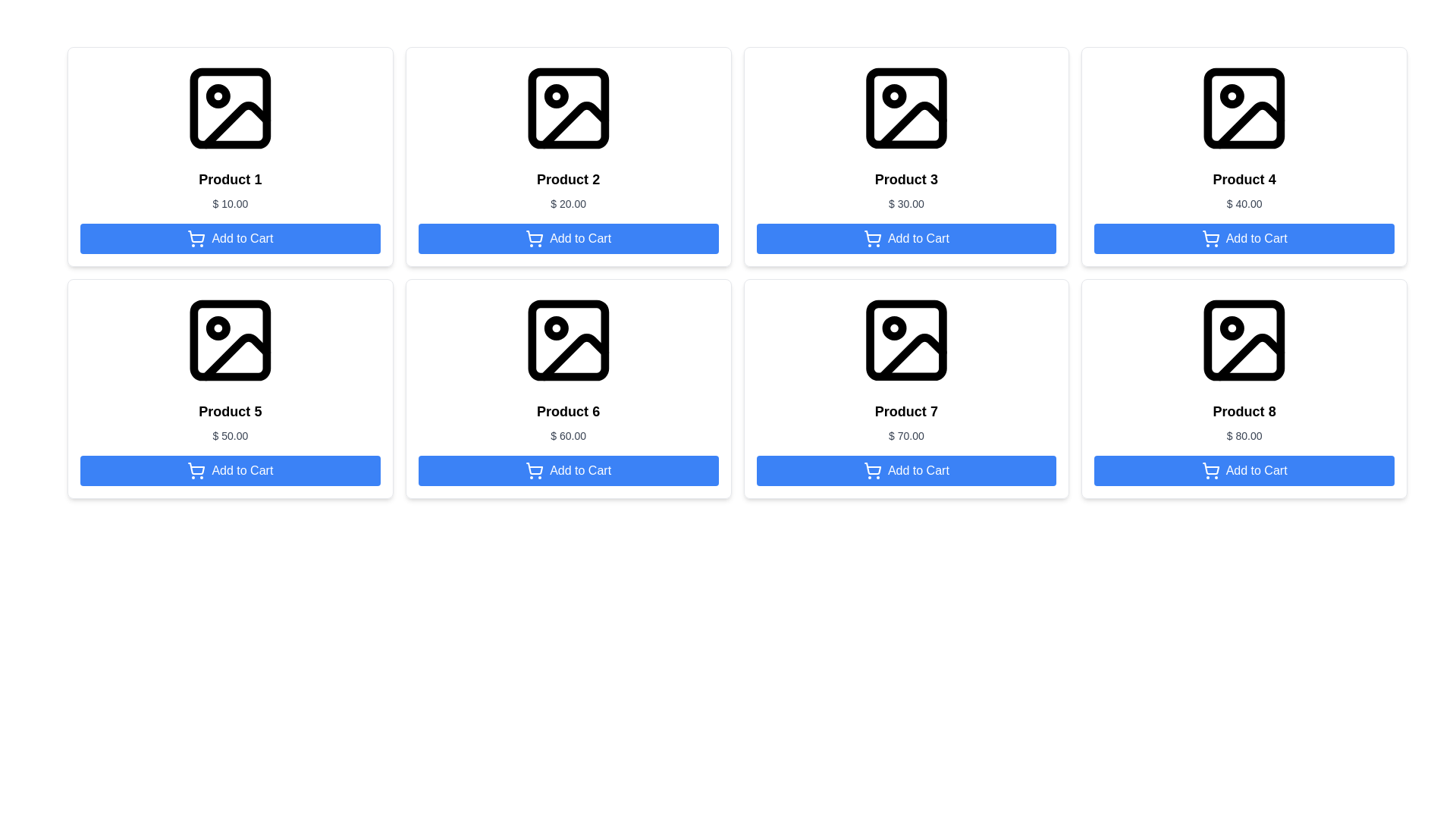 The width and height of the screenshot is (1456, 819). I want to click on the Text Label for 'Product 3', which is located in the top row, third position from the left, above the '$30.00' price text and the blue 'Add to Cart' button, so click(906, 178).